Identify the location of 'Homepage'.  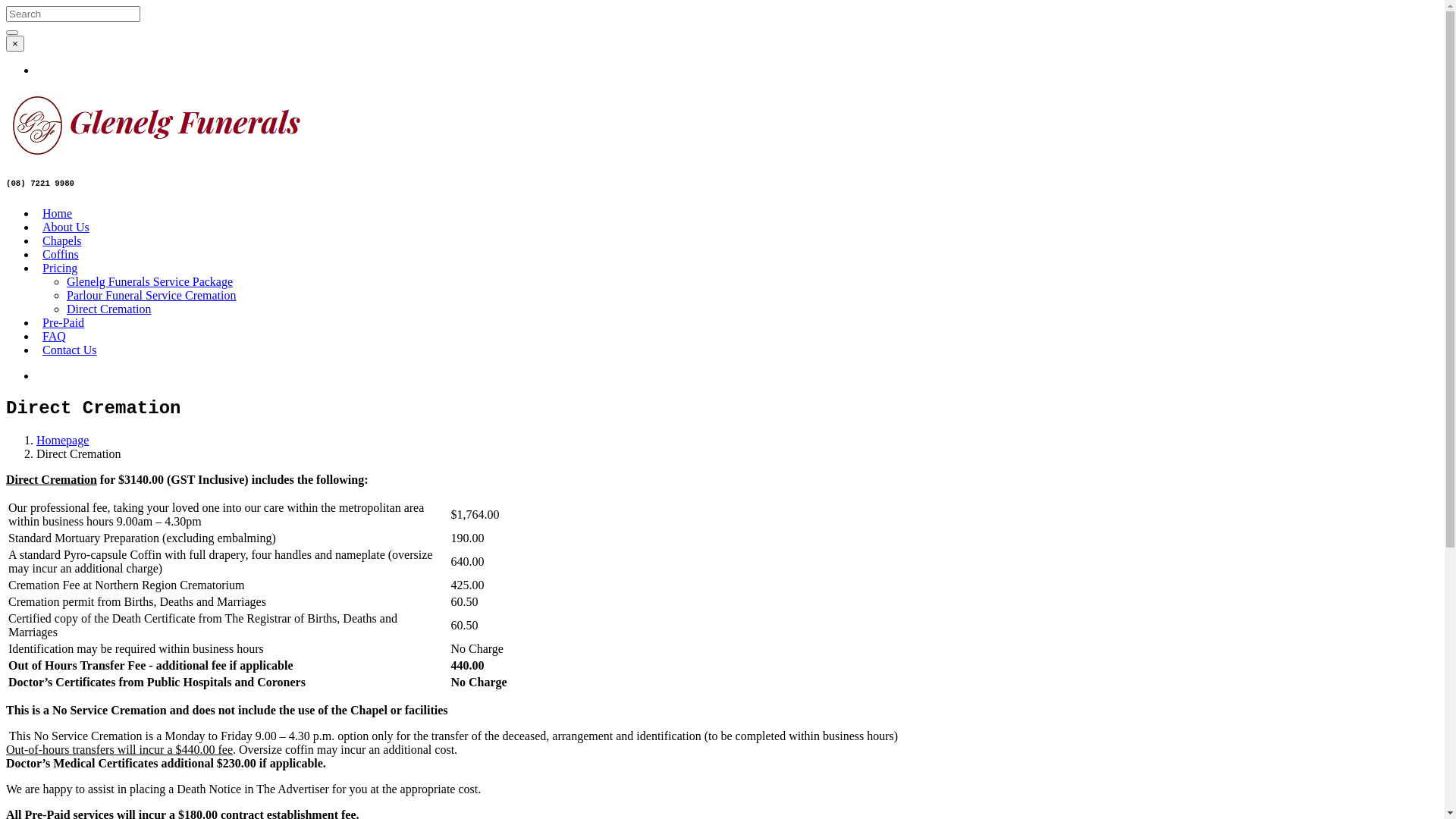
(61, 440).